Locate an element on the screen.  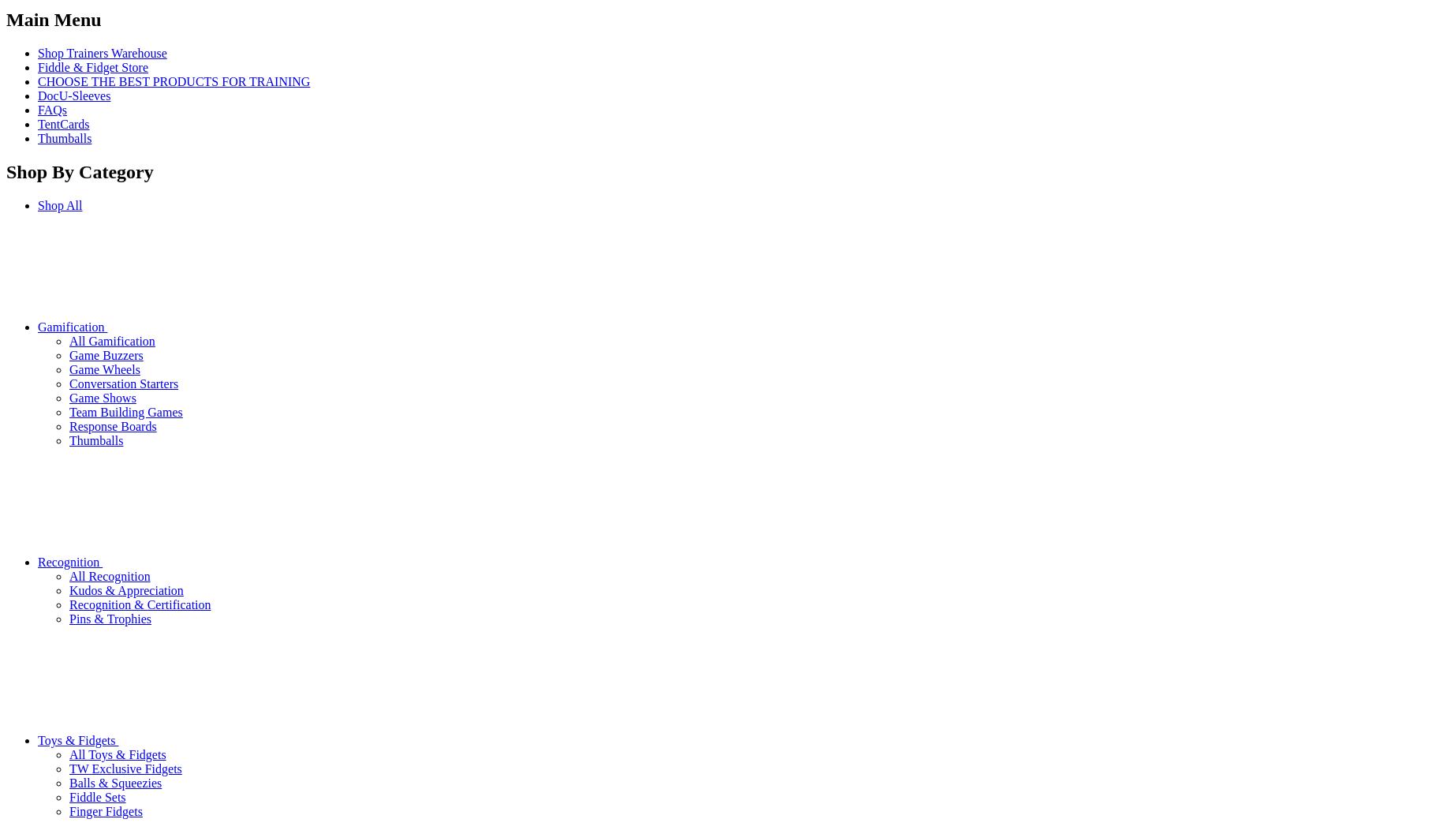
'All Gamification' is located at coordinates (69, 339).